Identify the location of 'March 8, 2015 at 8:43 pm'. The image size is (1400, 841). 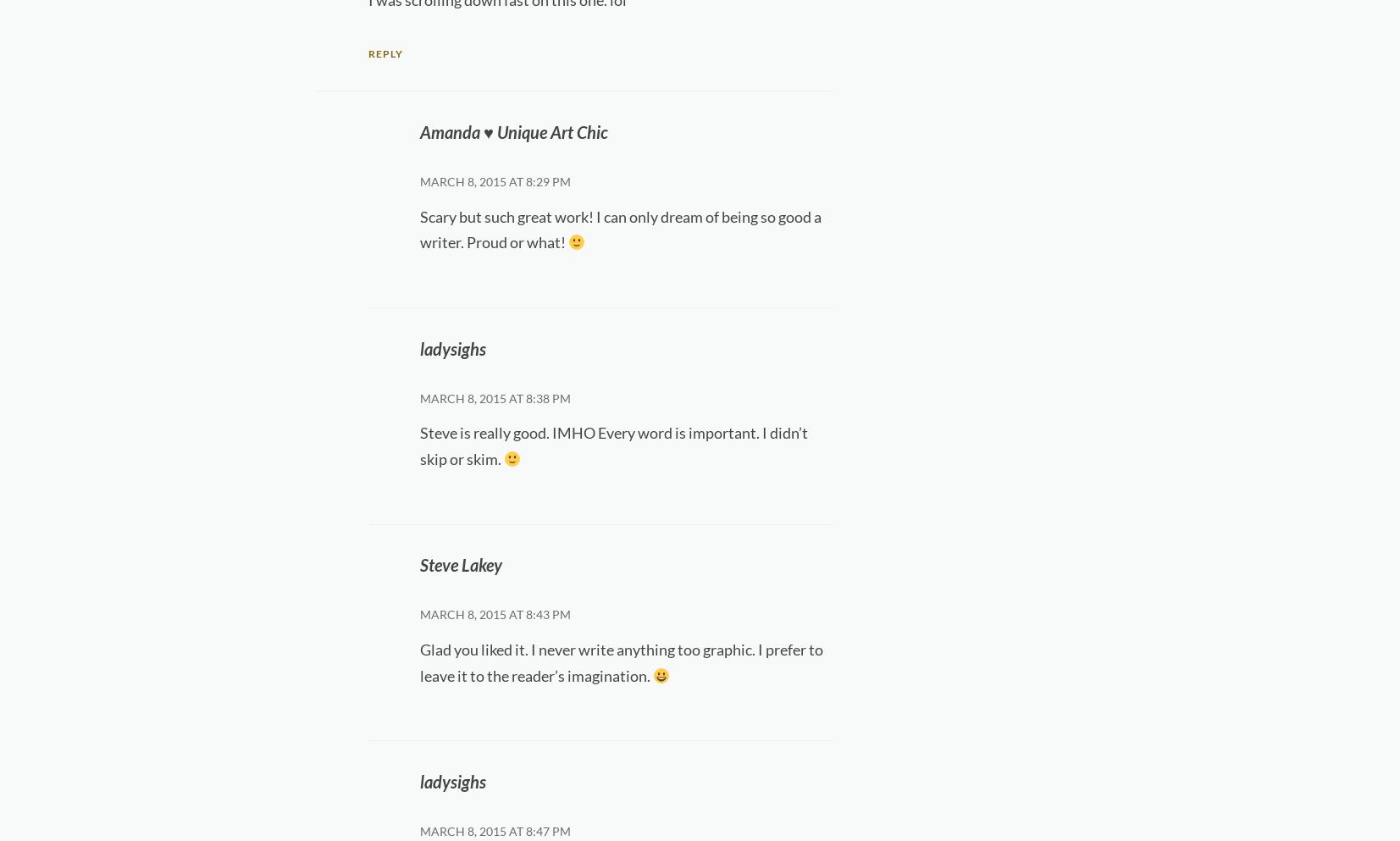
(419, 613).